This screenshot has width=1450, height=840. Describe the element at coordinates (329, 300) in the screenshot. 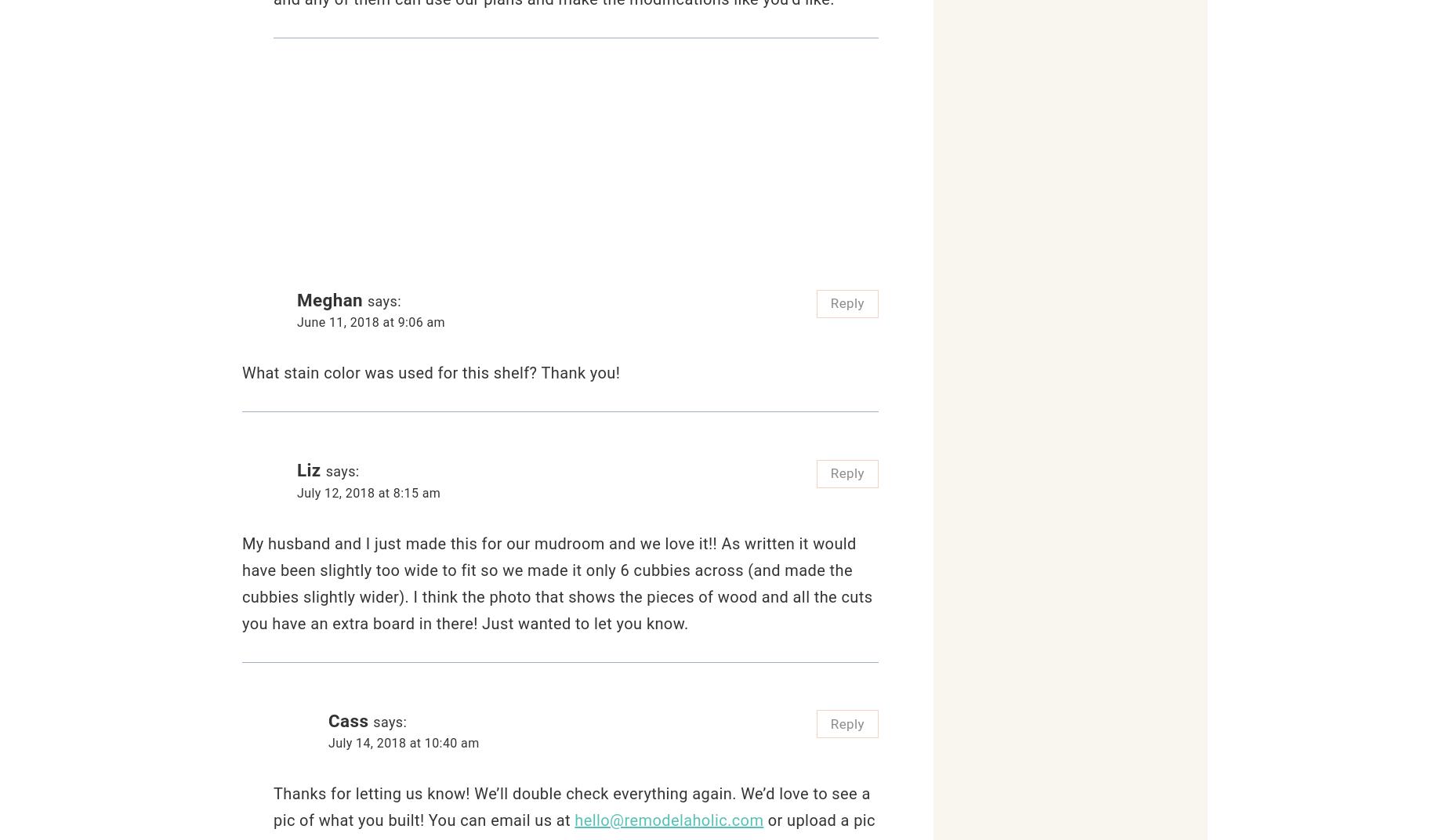

I see `'Meghan'` at that location.